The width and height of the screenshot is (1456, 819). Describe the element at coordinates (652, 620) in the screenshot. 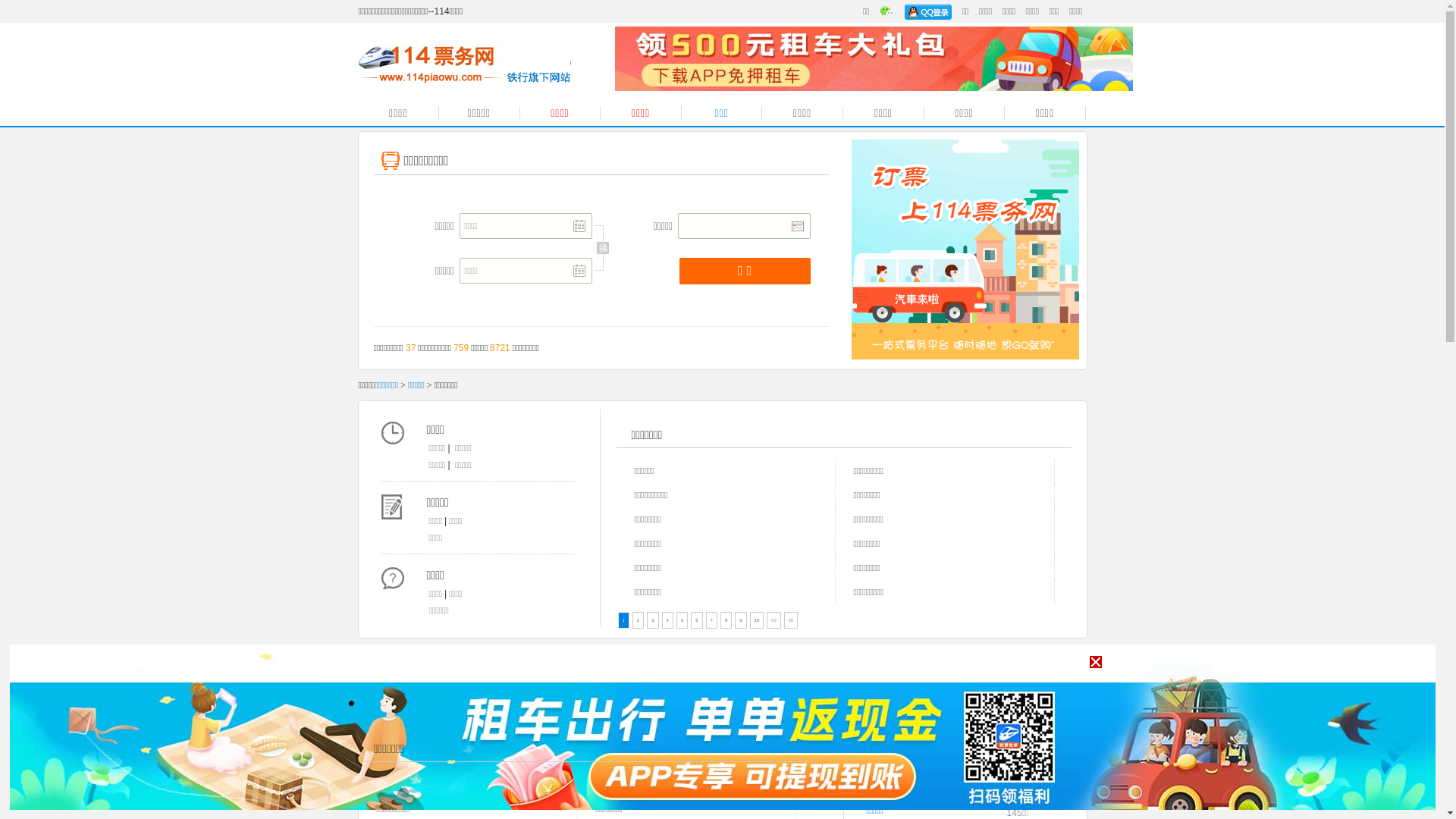

I see `'3'` at that location.